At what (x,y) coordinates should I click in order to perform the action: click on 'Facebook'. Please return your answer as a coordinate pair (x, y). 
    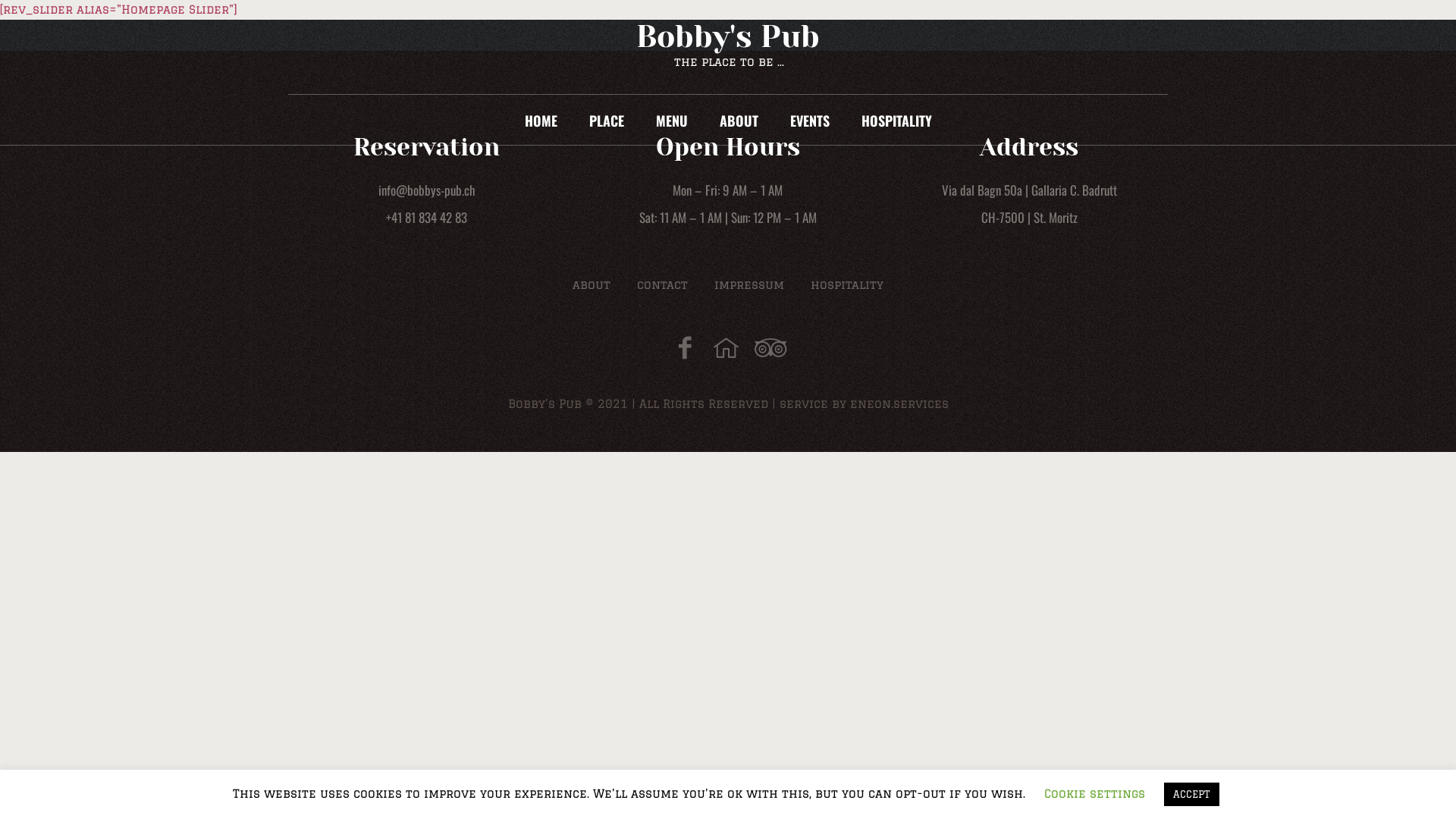
    Looking at the image, I should click on (684, 347).